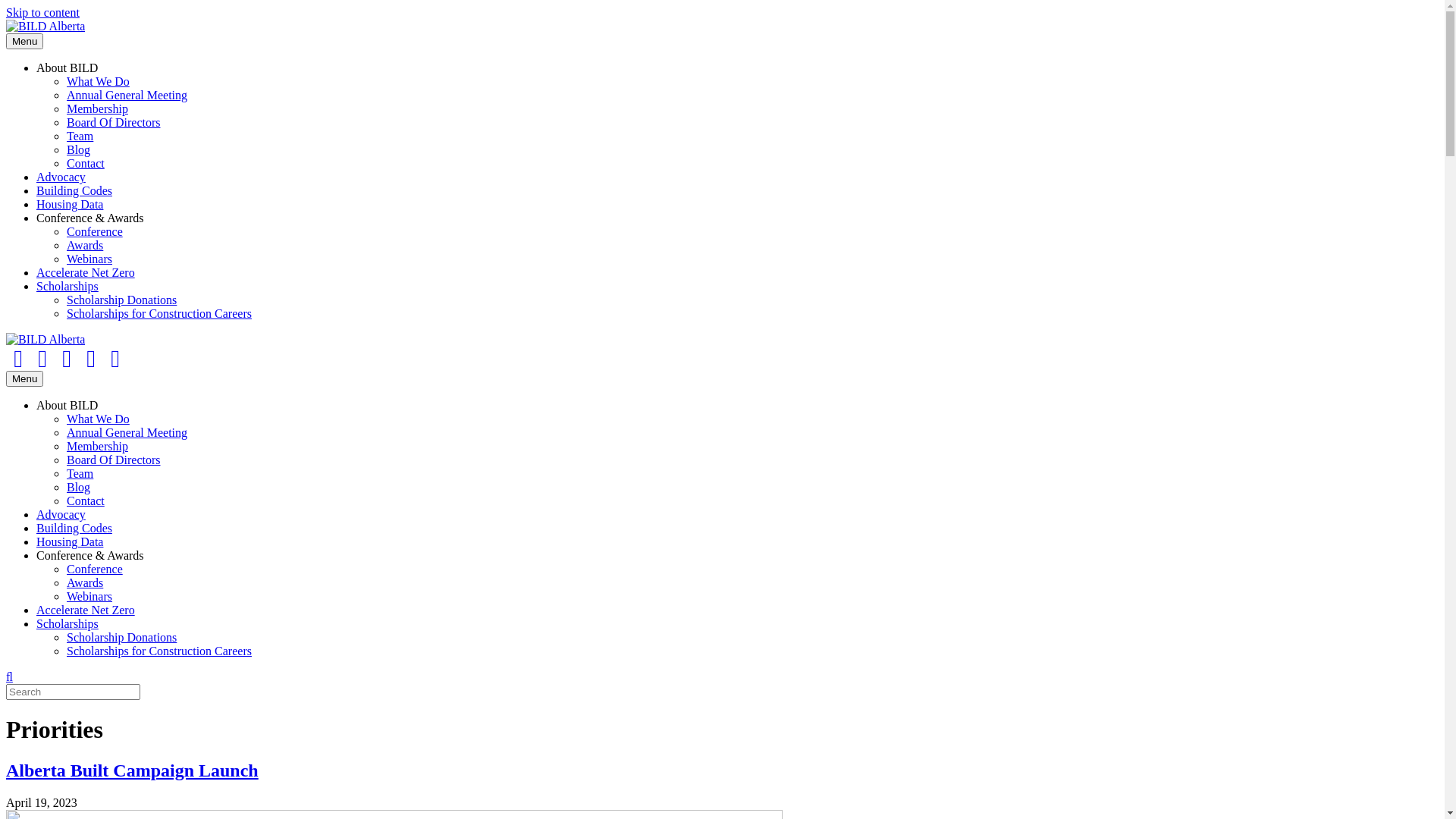  Describe the element at coordinates (97, 81) in the screenshot. I see `'What We Do'` at that location.